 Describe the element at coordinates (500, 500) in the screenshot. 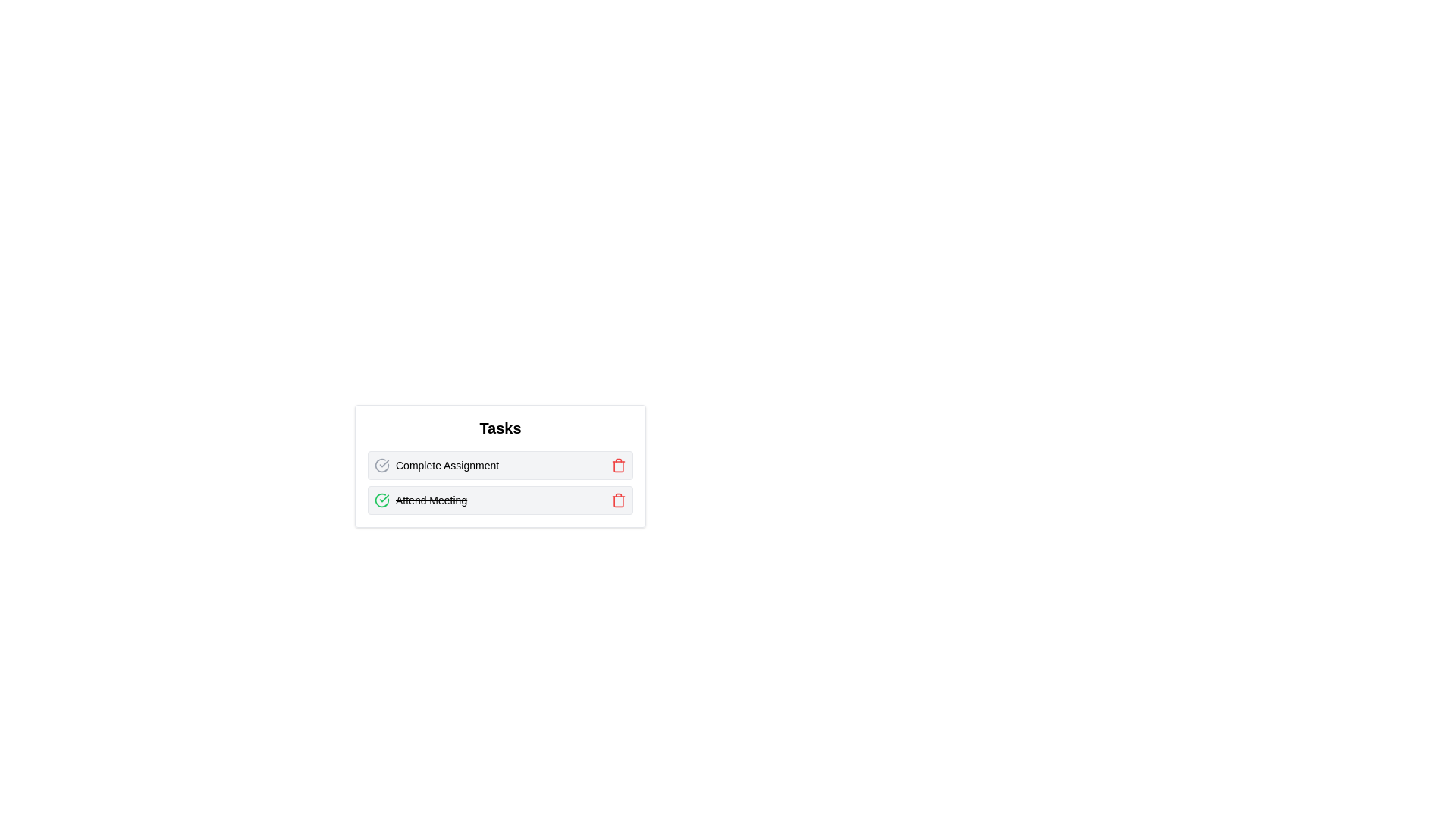

I see `the completed task item 'Attend Meeting' to view or modify its details` at that location.